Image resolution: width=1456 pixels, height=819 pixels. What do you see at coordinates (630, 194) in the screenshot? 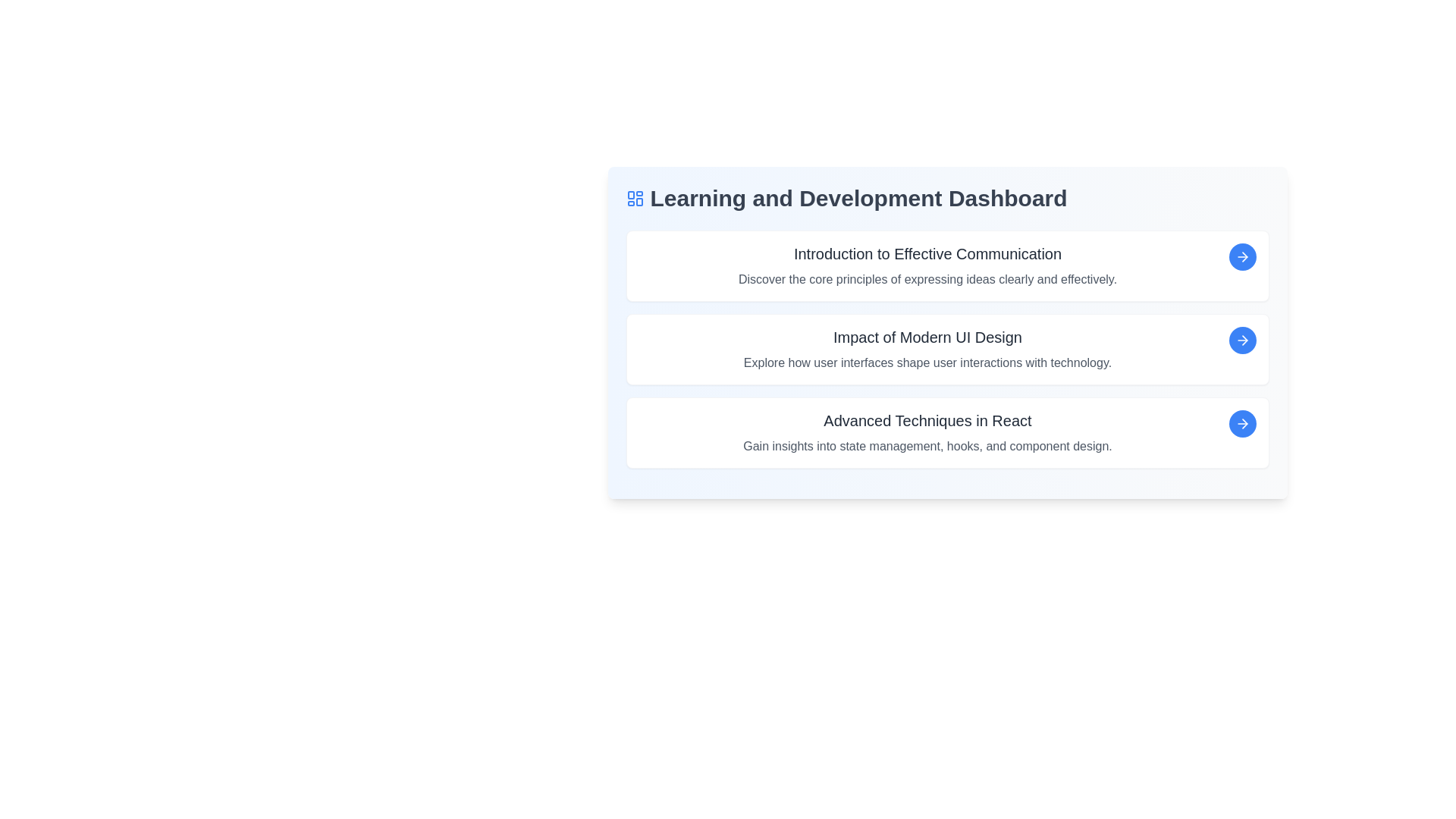
I see `the upper-left rectangle in the grid arrangement within the icon preceding the 'Learning and Development Dashboard' title` at bounding box center [630, 194].